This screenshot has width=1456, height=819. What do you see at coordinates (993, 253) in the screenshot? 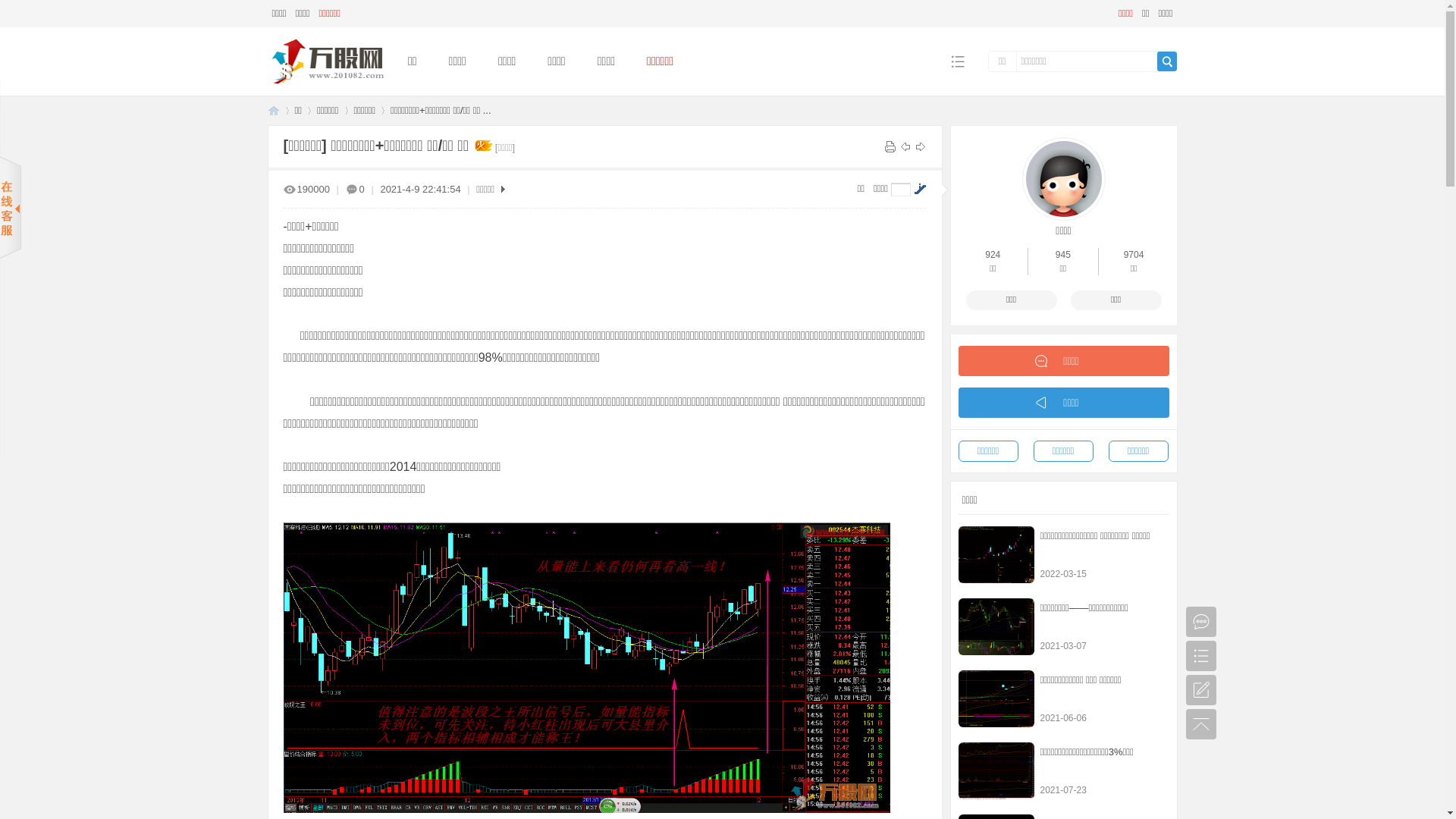
I see `'924'` at bounding box center [993, 253].